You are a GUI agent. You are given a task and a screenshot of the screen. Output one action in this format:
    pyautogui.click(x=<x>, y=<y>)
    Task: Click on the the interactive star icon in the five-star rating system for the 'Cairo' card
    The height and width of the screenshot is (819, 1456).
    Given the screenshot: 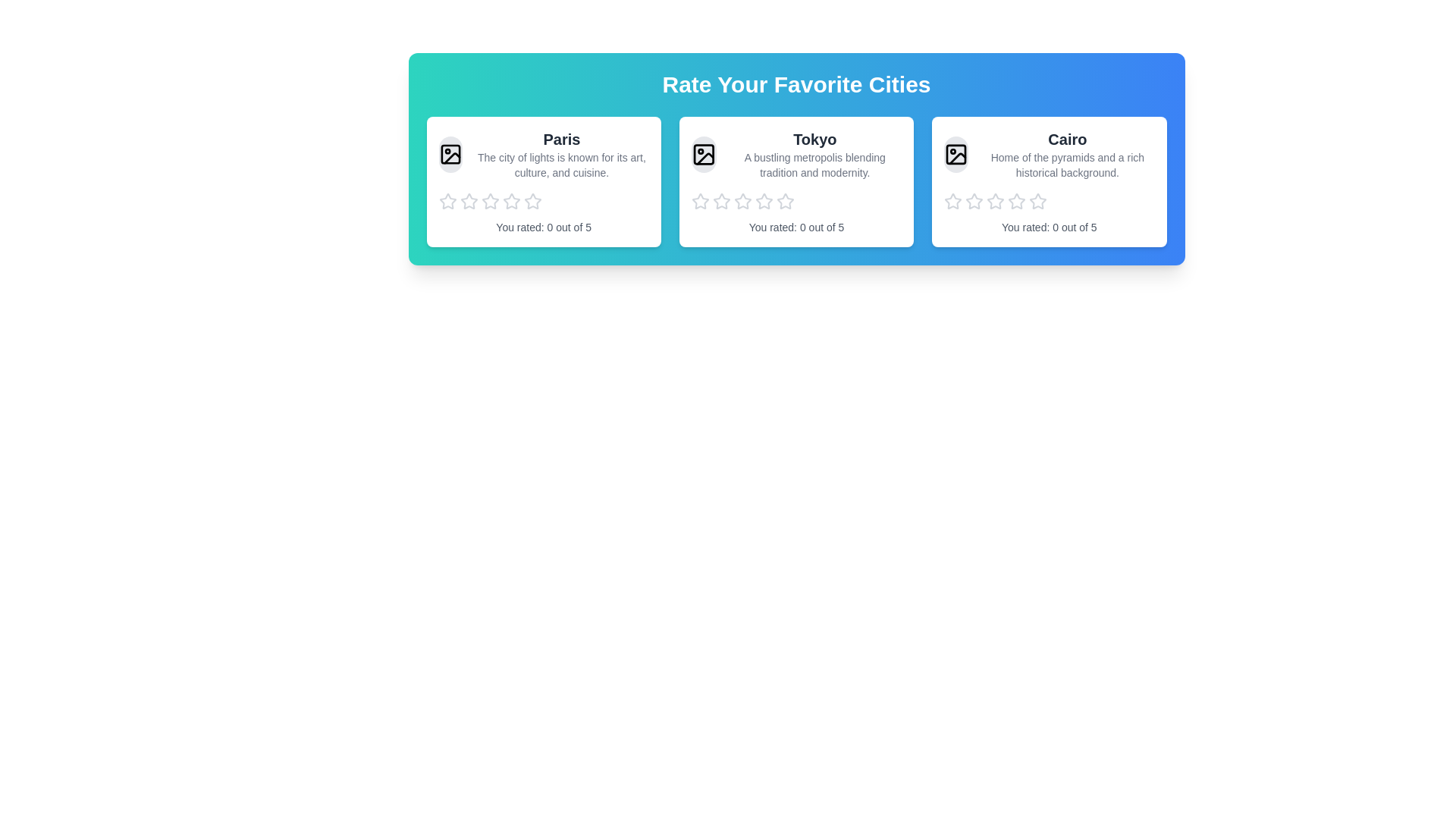 What is the action you would take?
    pyautogui.click(x=1037, y=200)
    